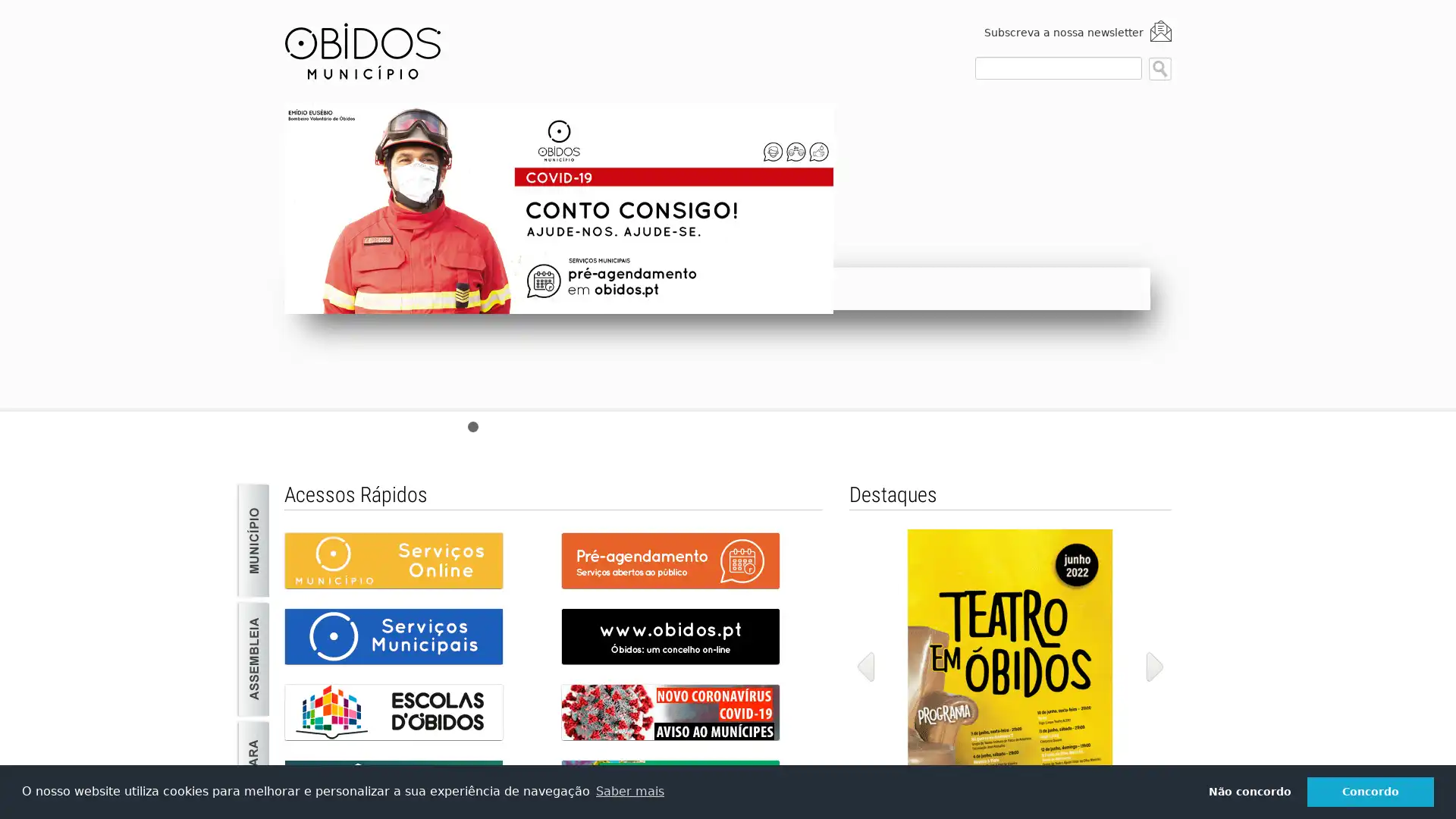  What do you see at coordinates (1370, 791) in the screenshot?
I see `allow cookies` at bounding box center [1370, 791].